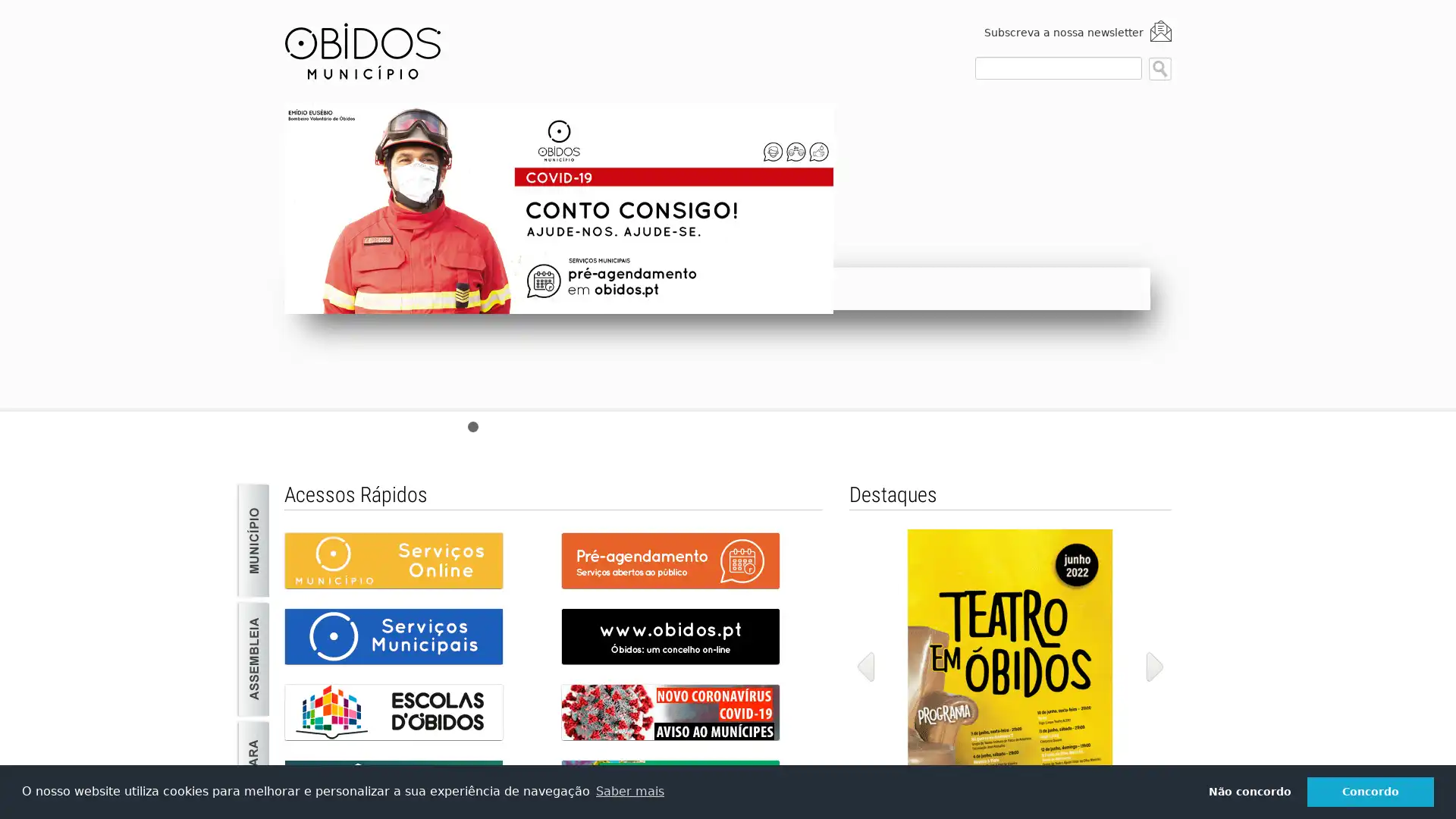  What do you see at coordinates (1370, 791) in the screenshot?
I see `allow cookies` at bounding box center [1370, 791].